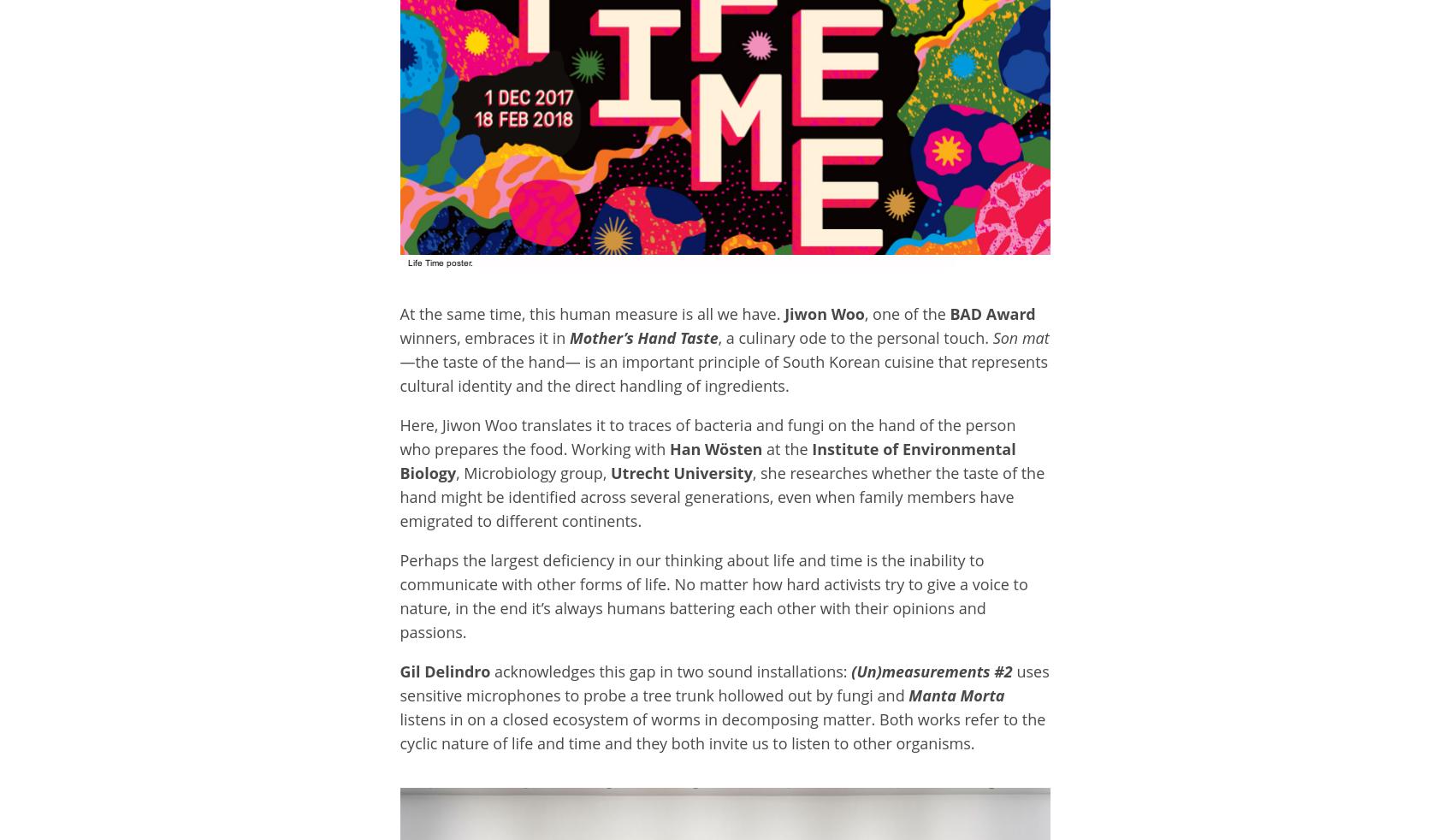 This screenshot has width=1450, height=840. I want to click on 'Here, Jiwon Woo translates it to traces of bacteria and fungi on the hand of the person who prepares the food. Working with', so click(707, 436).